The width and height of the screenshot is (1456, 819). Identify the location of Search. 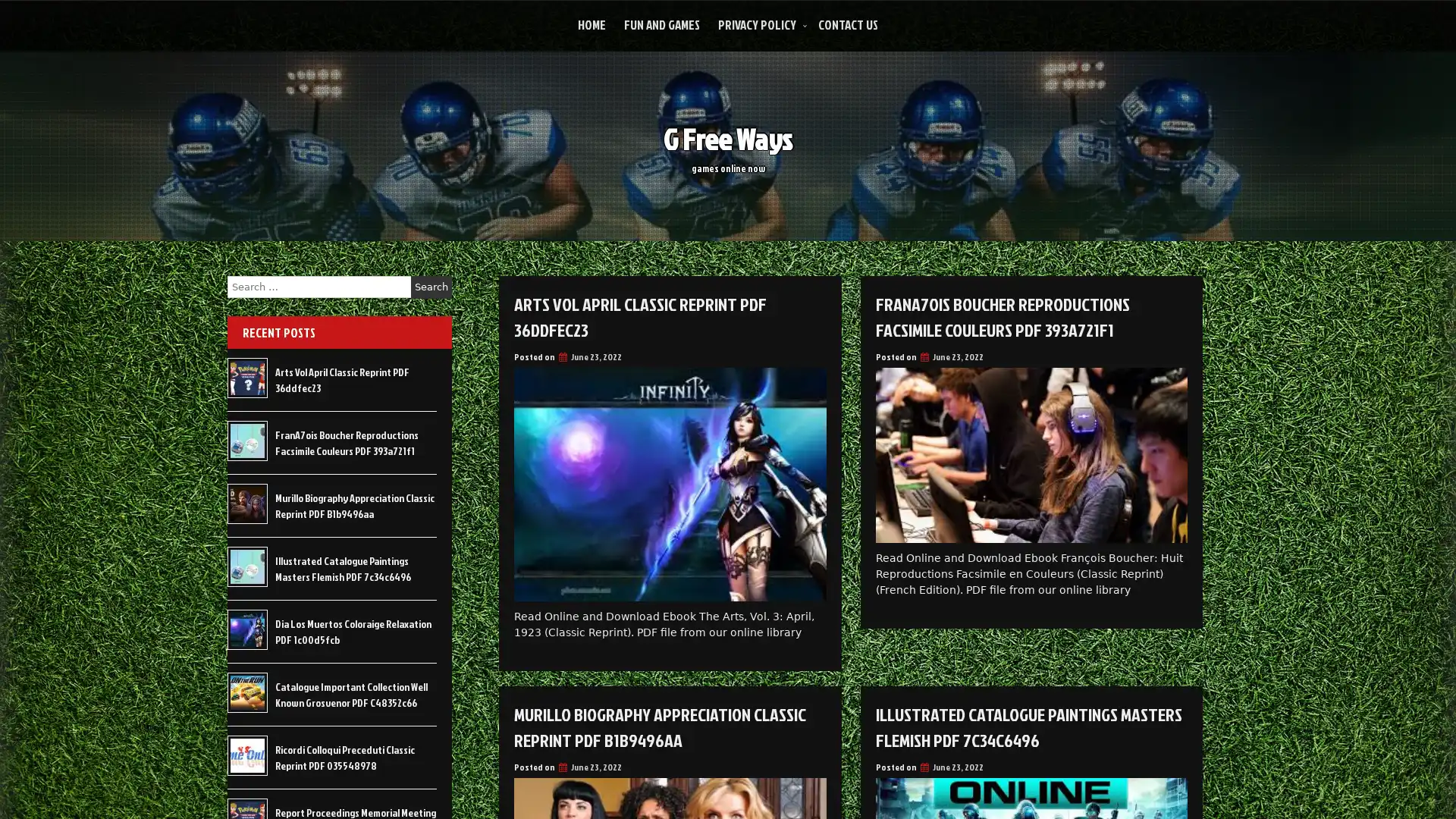
(431, 287).